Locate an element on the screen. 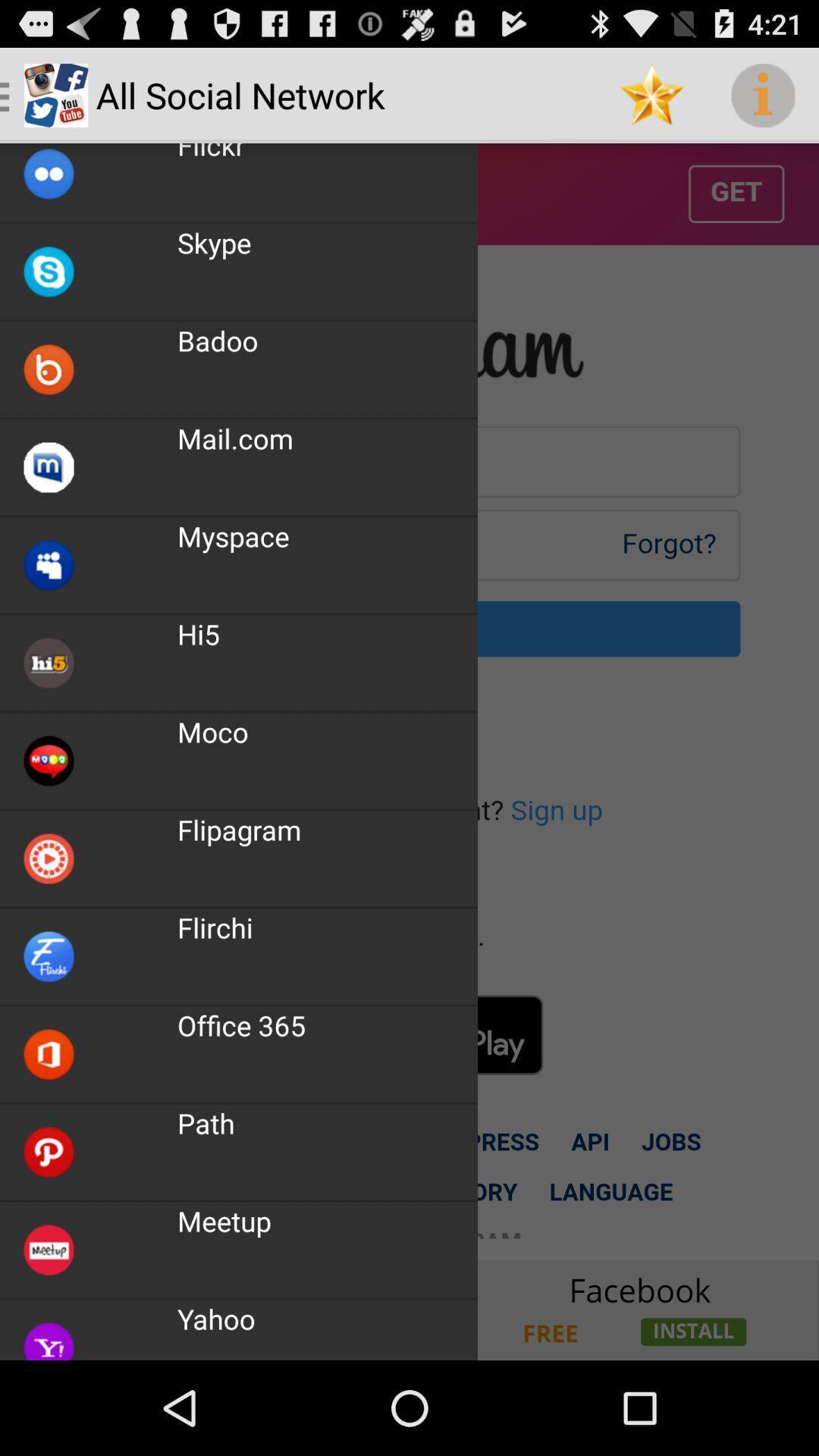  the meetup app is located at coordinates (224, 1221).